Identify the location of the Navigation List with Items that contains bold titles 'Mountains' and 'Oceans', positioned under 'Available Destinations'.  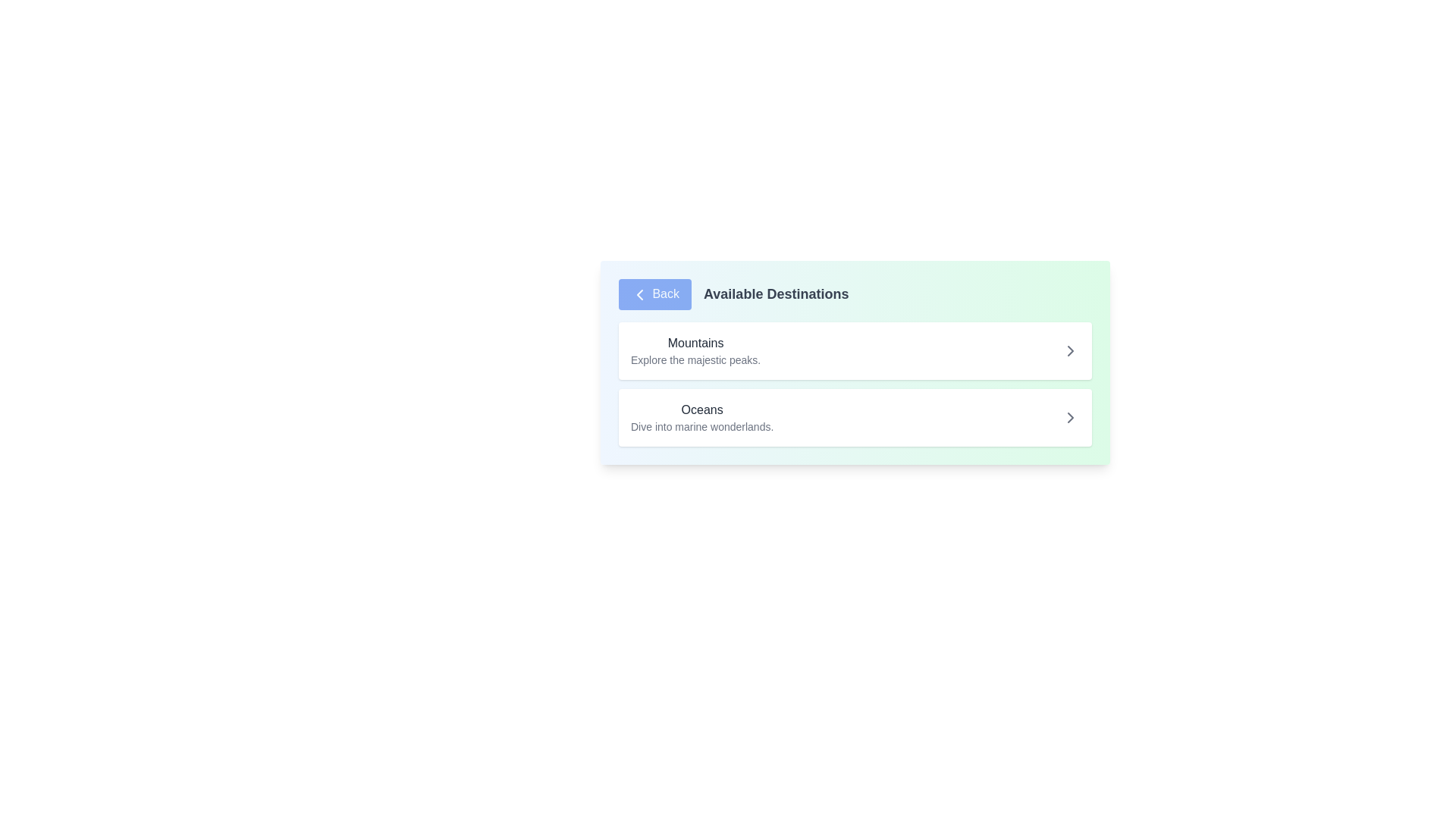
(855, 382).